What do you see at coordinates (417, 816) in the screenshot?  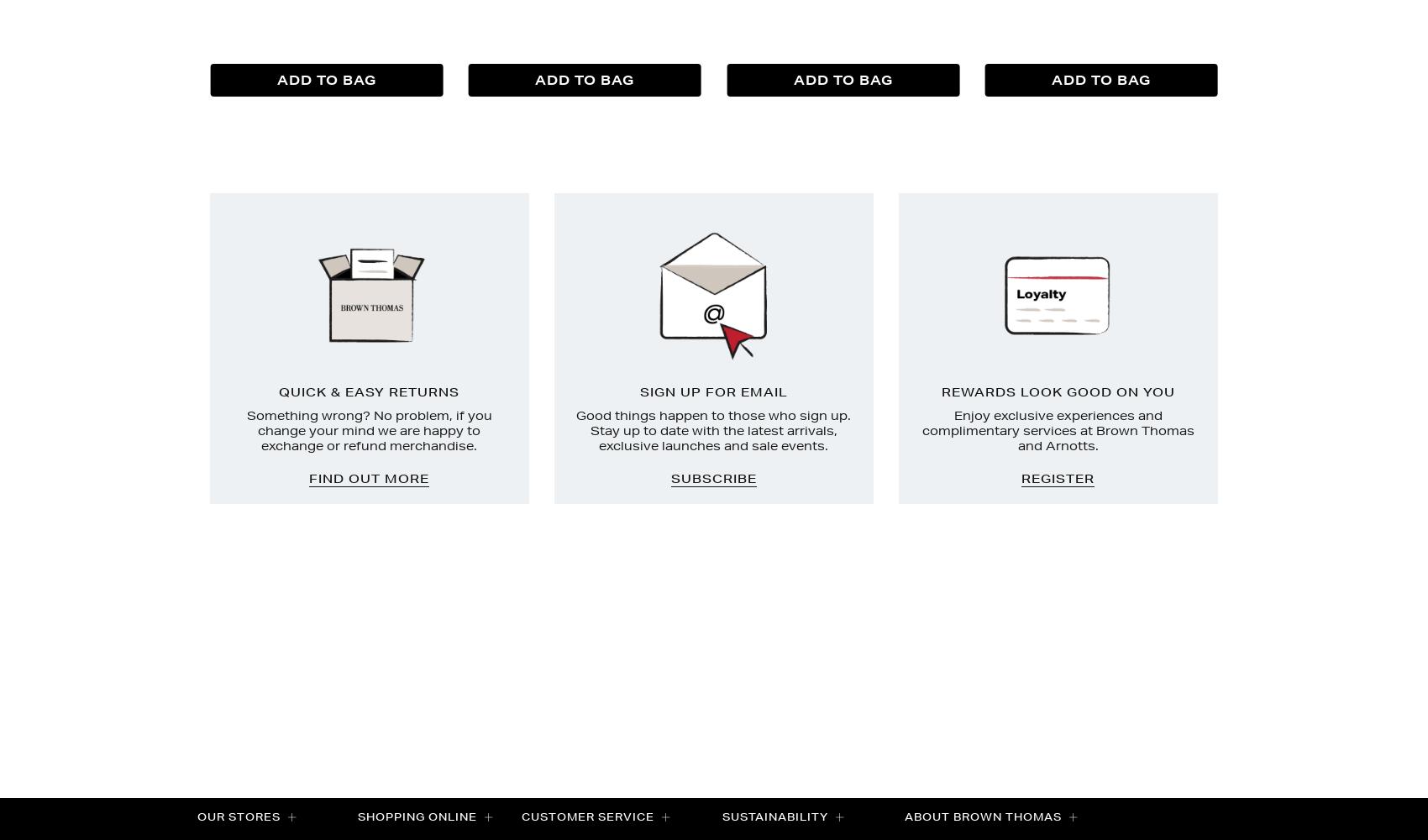 I see `'Shopping Online'` at bounding box center [417, 816].